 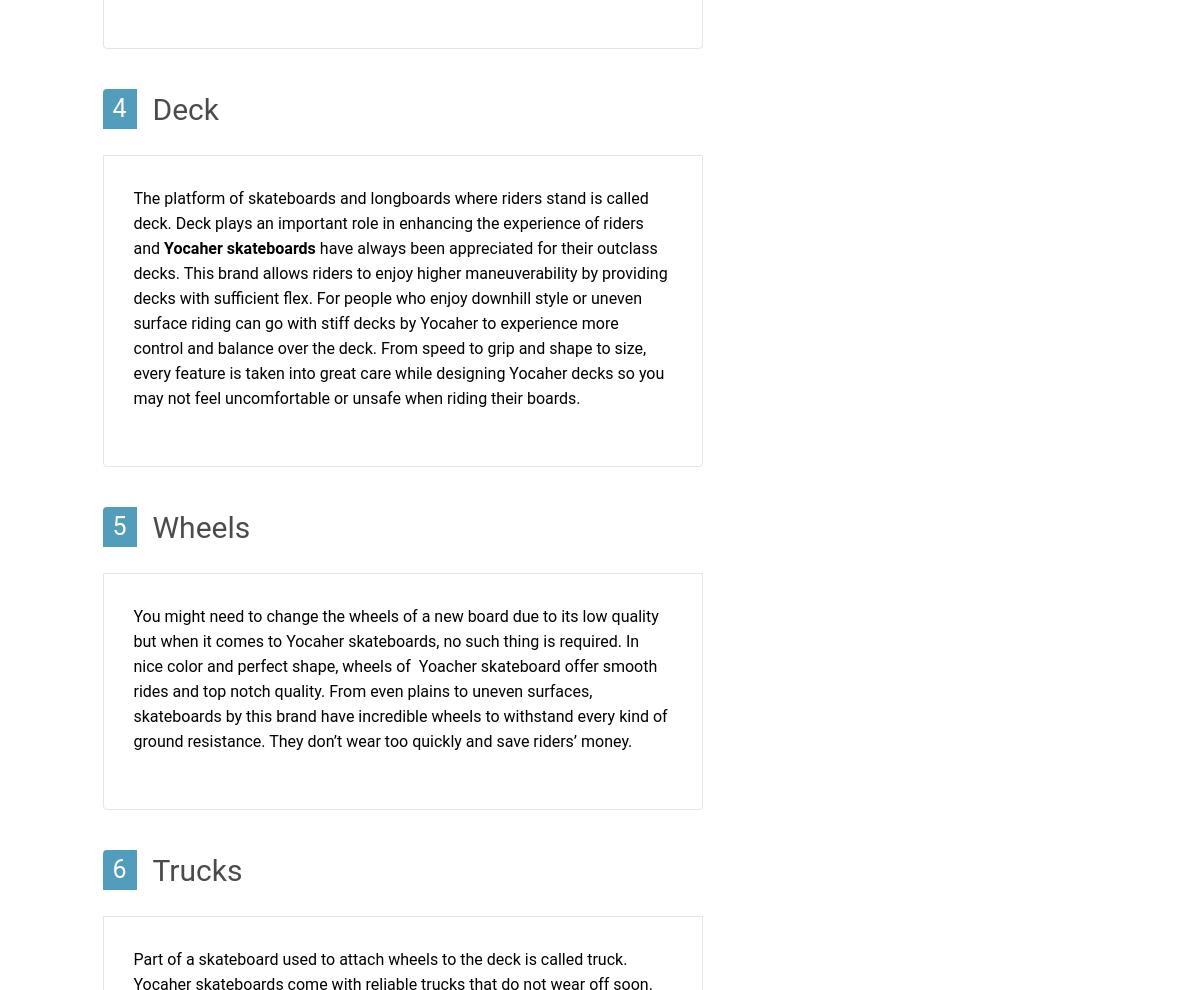 What do you see at coordinates (399, 679) in the screenshot?
I see `'You might need to change the wheels of a new board due to its low quality but when it comes to Yocaher skateboards, no such thing is required. In nice color and perfect shape, wheels of  Yoacher skateboard offer smooth rides and top notch quality. From even plains to uneven surfaces, skateboards by this brand have incredible wheels to withstand every kind of ground resistance. They don’t wear too quickly and save riders’ money.'` at bounding box center [399, 679].